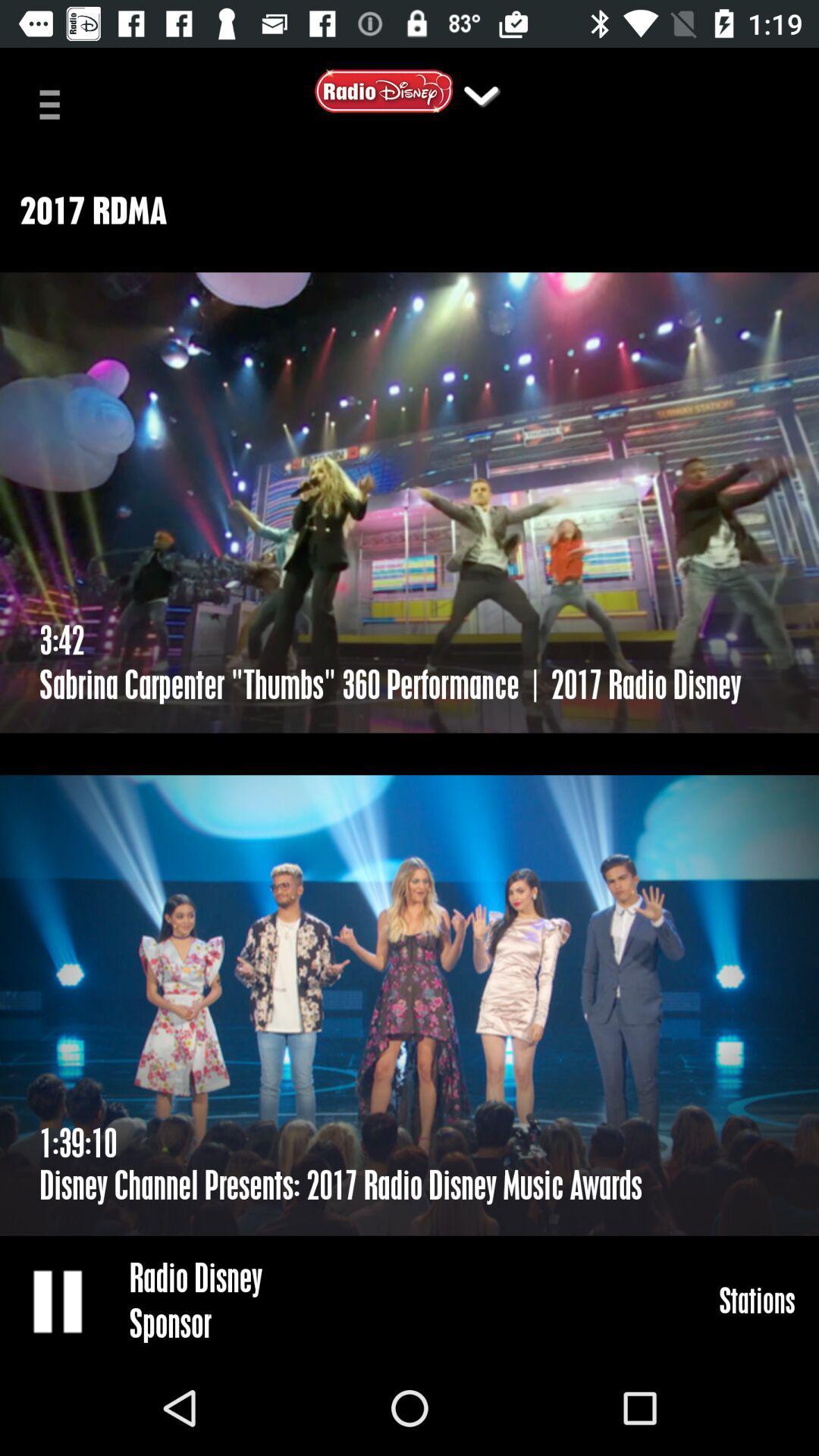 This screenshot has height=1456, width=819. What do you see at coordinates (55, 102) in the screenshot?
I see `item at the top left corner` at bounding box center [55, 102].